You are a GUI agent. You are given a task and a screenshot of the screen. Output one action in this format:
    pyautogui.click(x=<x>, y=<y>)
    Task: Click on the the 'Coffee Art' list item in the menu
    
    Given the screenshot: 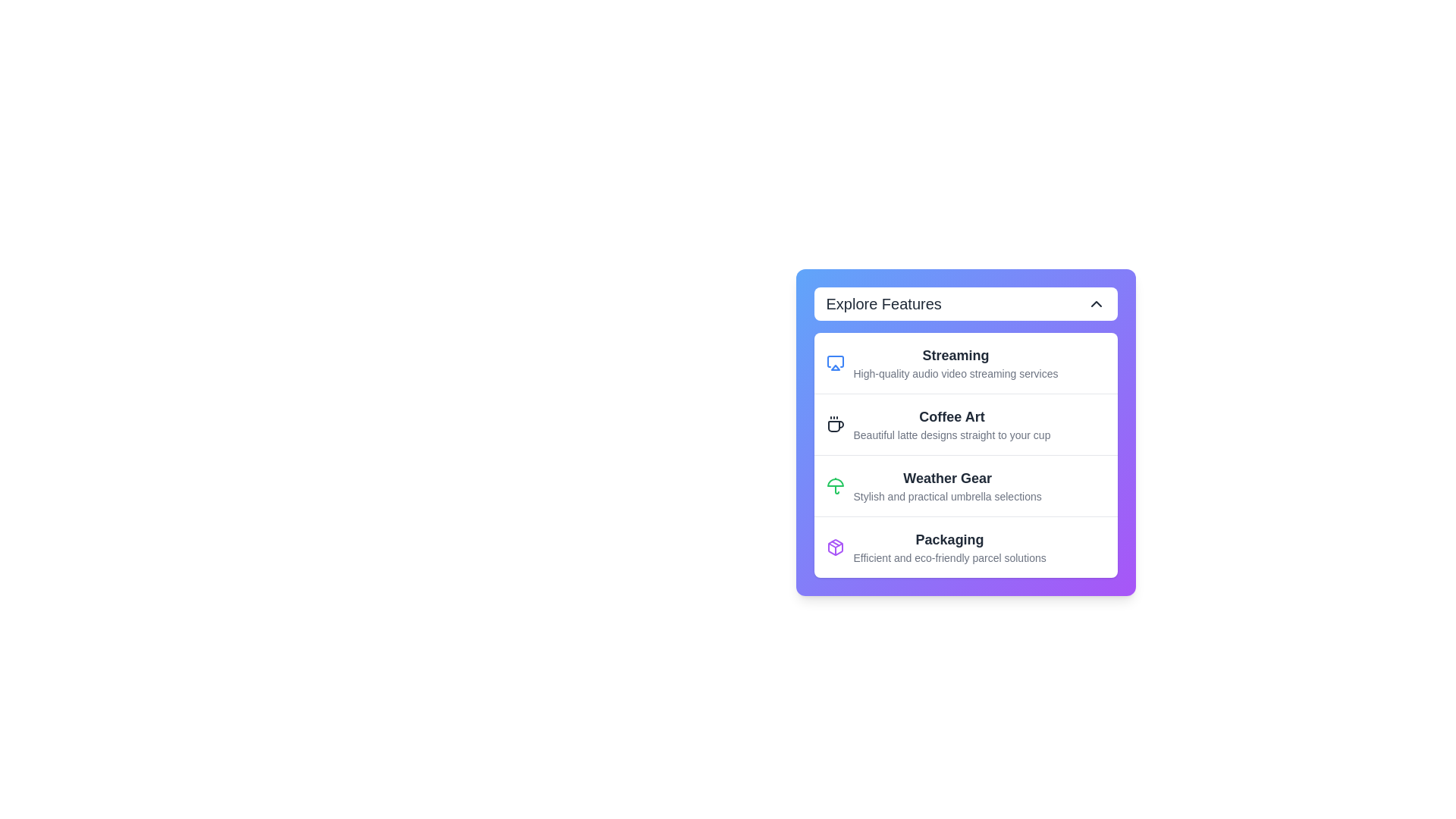 What is the action you would take?
    pyautogui.click(x=965, y=424)
    